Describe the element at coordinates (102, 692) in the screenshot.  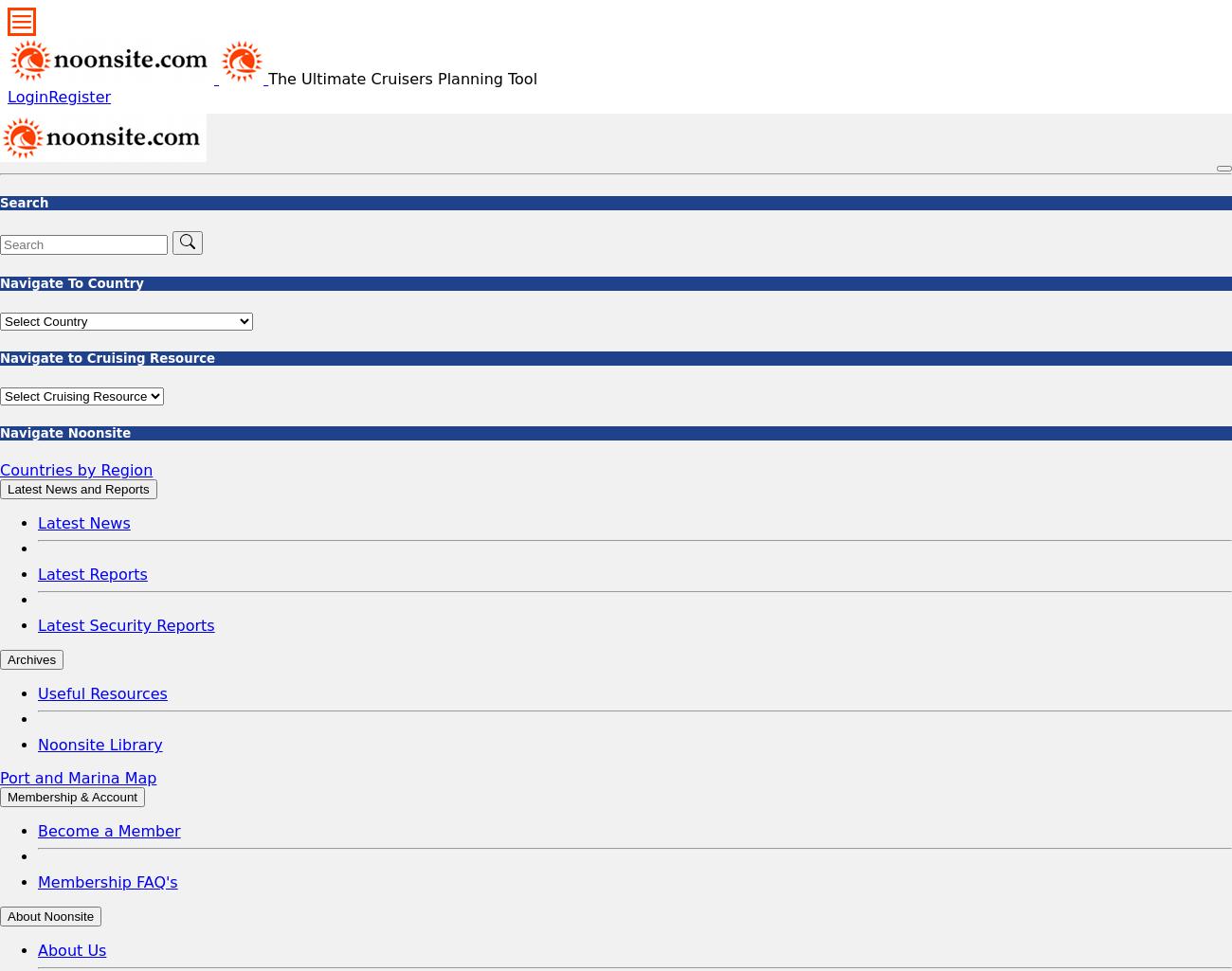
I see `'Useful Resources'` at that location.